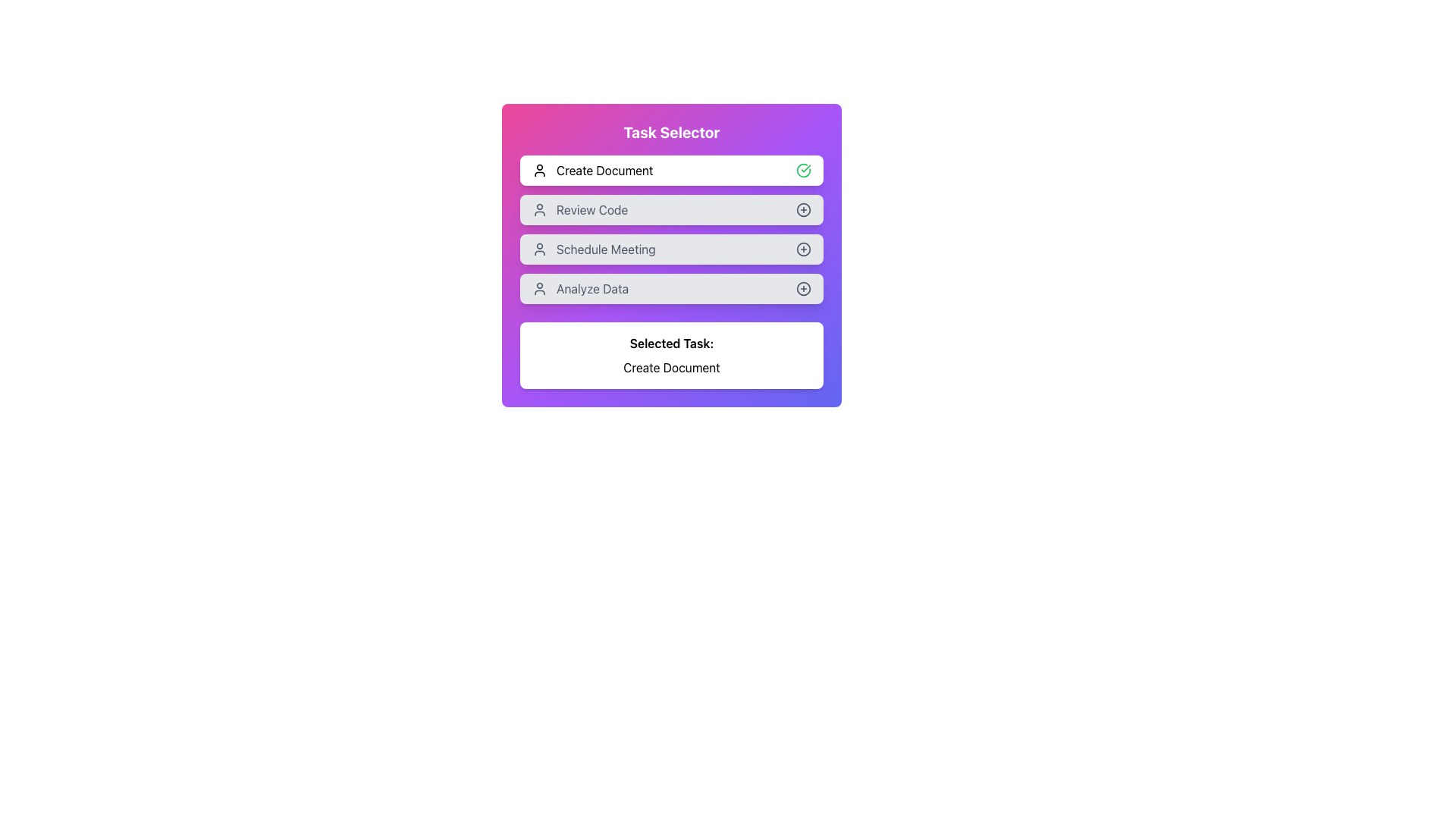  Describe the element at coordinates (579, 289) in the screenshot. I see `the 'Analyze Data' list item in the Task Selector` at that location.